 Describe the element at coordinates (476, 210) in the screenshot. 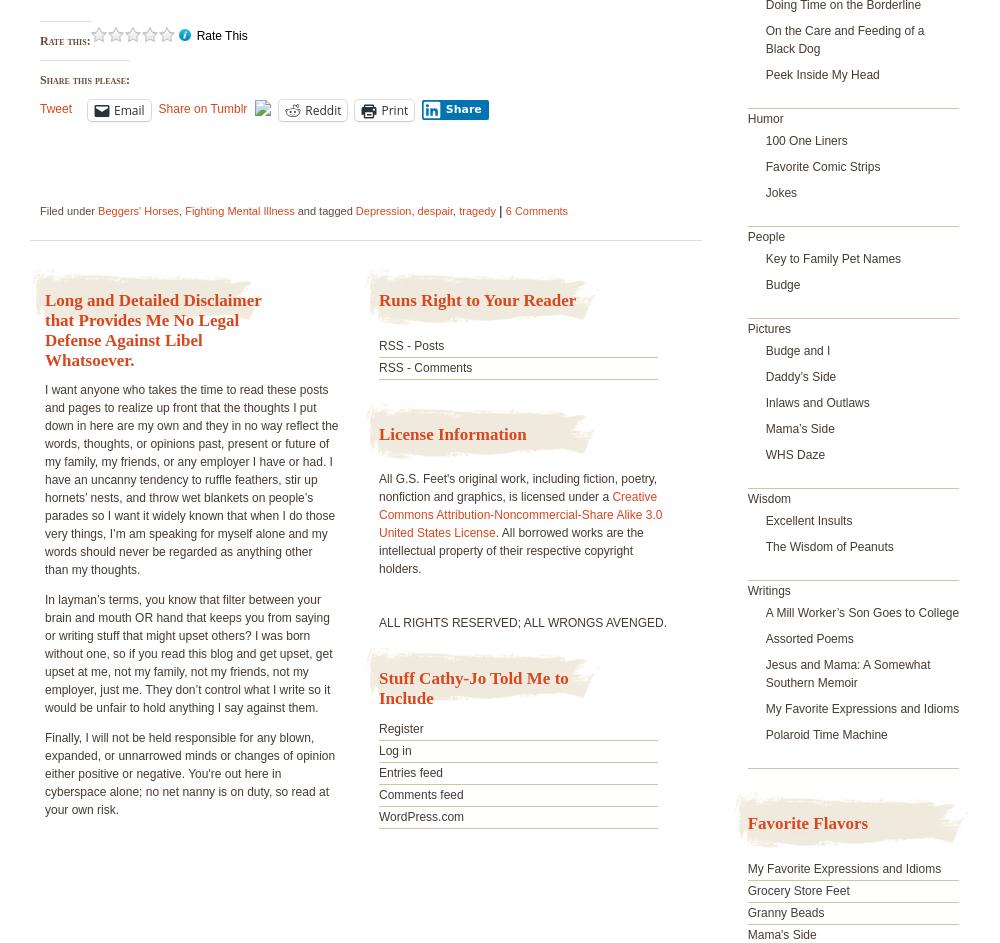

I see `'tragedy'` at that location.